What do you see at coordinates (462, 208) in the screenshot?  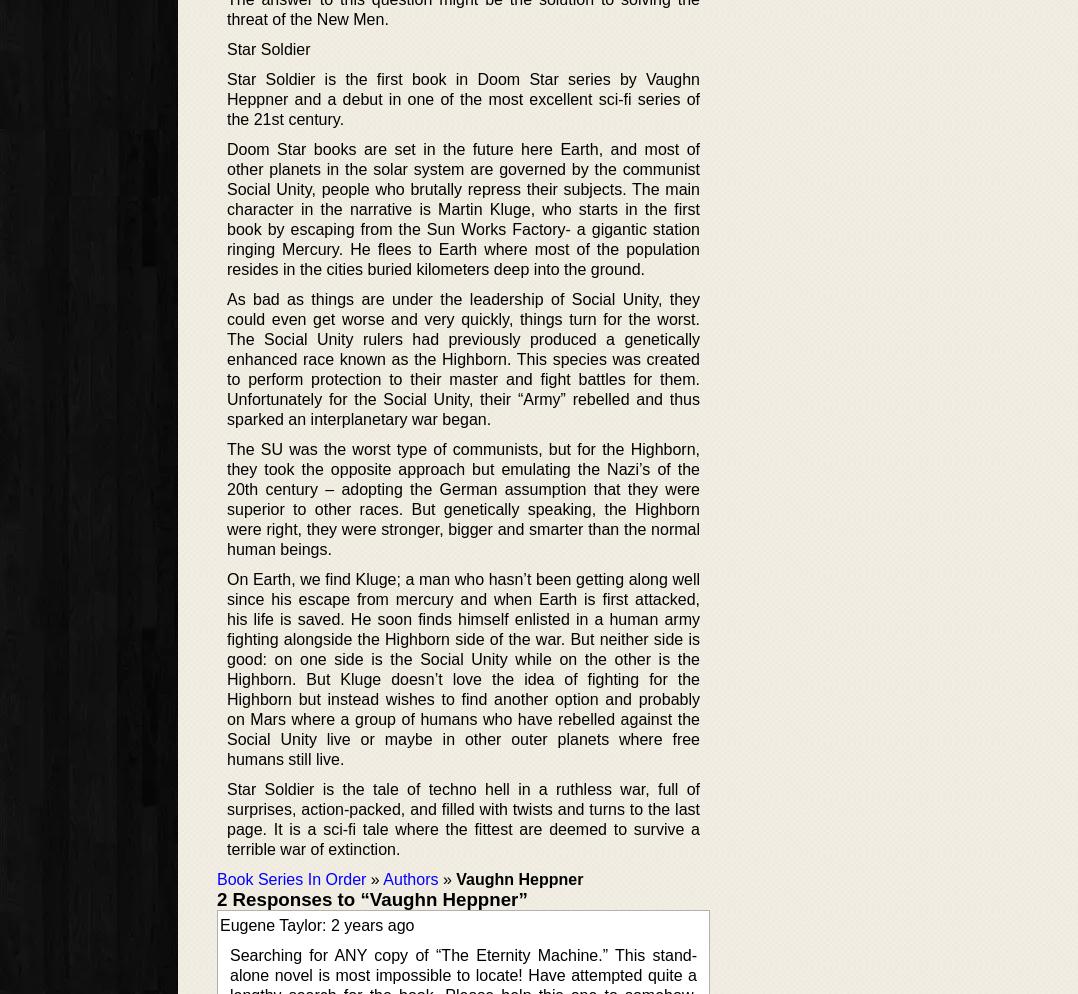 I see `'Doom Star books are set in the future here Earth, and most of other planets in the solar system are governed by the communist Social Unity, people who brutally repress their subjects. The main character in the narrative is Martin Kluge, who starts in the first book by escaping from the Sun Works Factory- a gigantic station ringing Mercury. He flees to Earth where most of the population resides in the cities buried kilometers deep into the ground.'` at bounding box center [462, 208].